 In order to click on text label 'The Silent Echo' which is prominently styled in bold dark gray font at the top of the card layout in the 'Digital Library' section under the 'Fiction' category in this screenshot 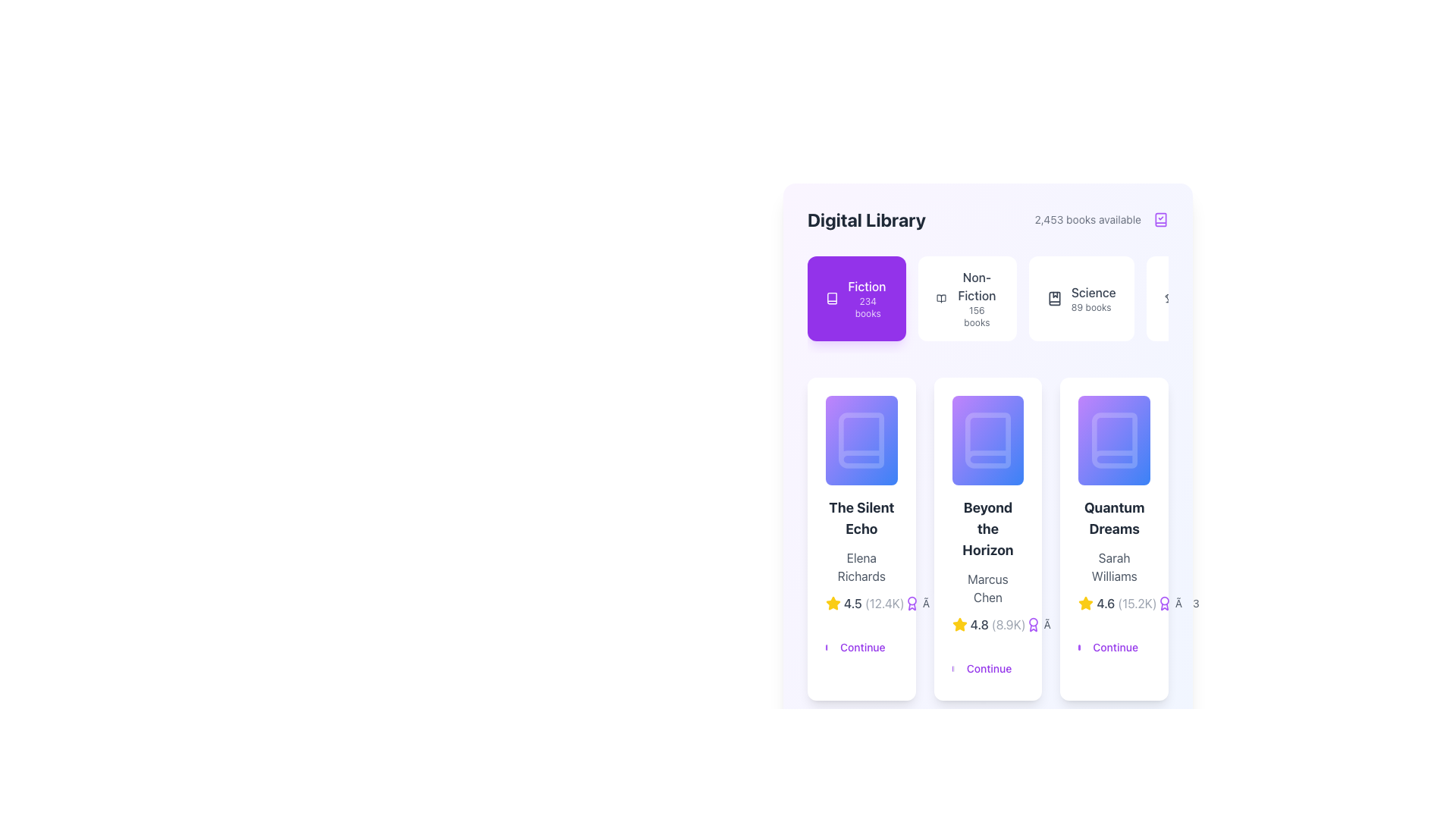, I will do `click(861, 518)`.